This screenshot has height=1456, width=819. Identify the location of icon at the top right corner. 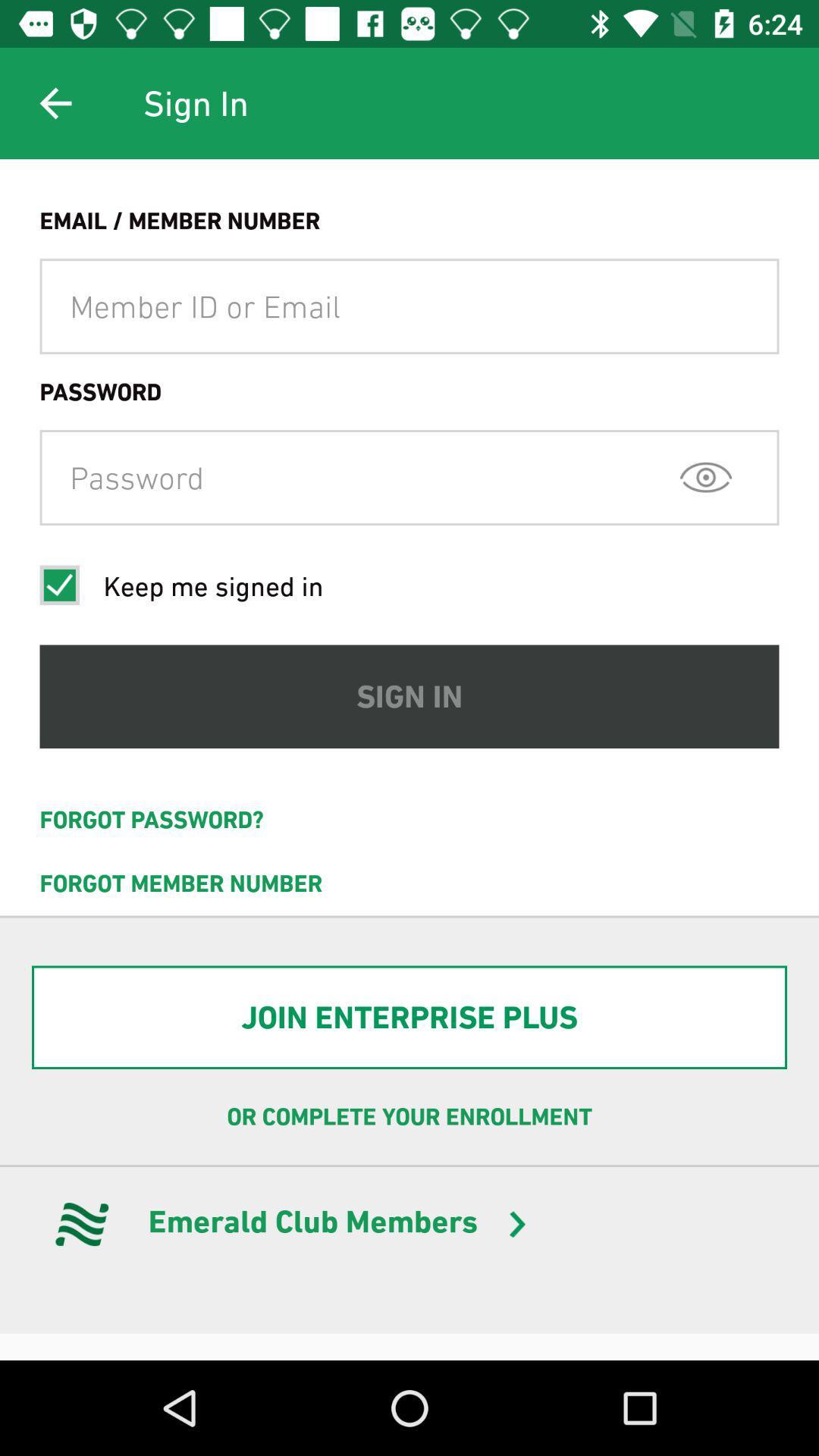
(706, 476).